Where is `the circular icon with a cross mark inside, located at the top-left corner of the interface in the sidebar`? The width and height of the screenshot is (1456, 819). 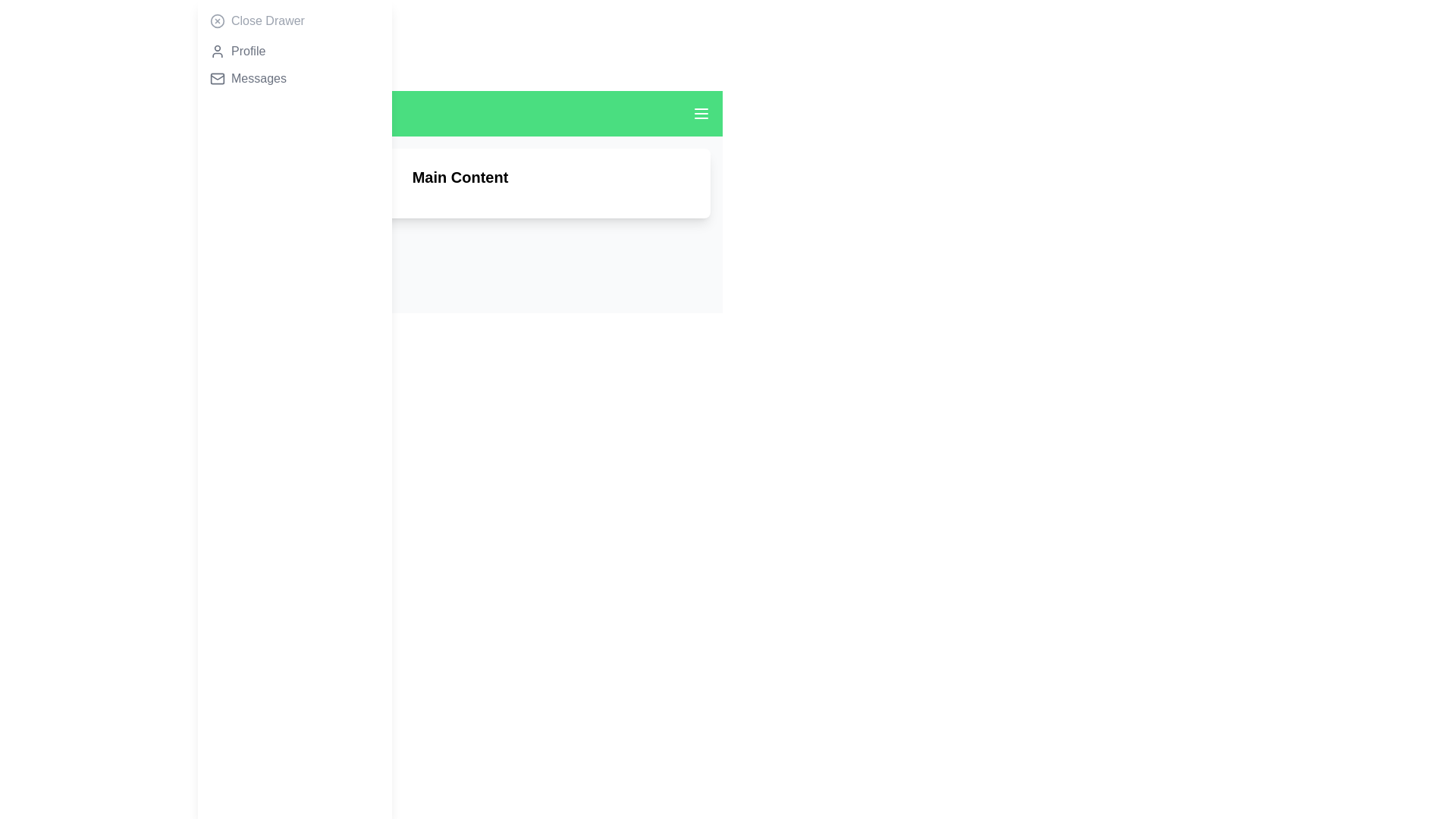 the circular icon with a cross mark inside, located at the top-left corner of the interface in the sidebar is located at coordinates (217, 20).